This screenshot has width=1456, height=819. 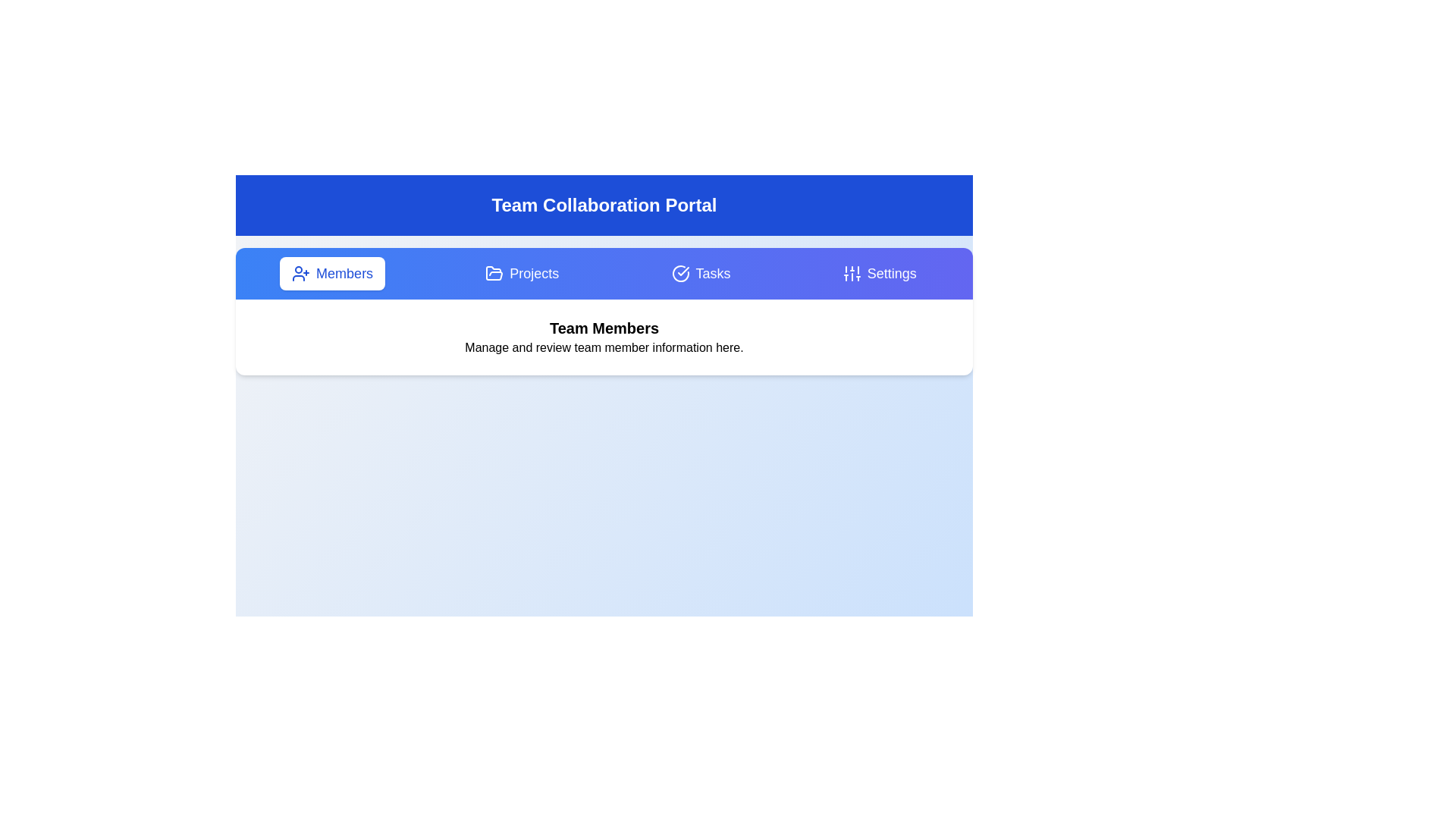 I want to click on the 'Settings' text label on the header navigation bar, which is styled in white on a blue background and positioned to the right of the 'Tasks' option, so click(x=892, y=274).